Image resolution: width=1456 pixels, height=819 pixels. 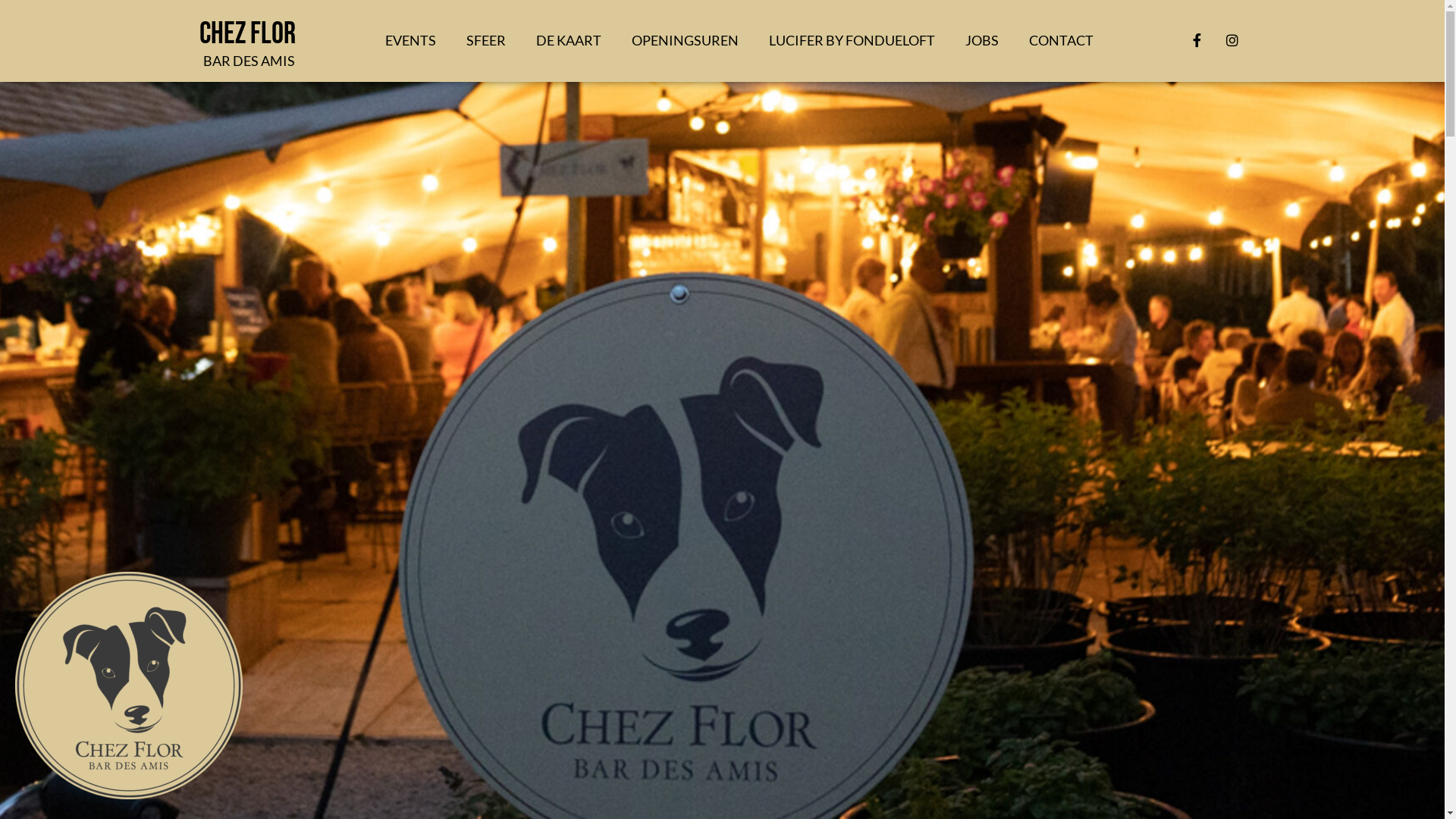 I want to click on 'JOBS', so click(x=982, y=39).